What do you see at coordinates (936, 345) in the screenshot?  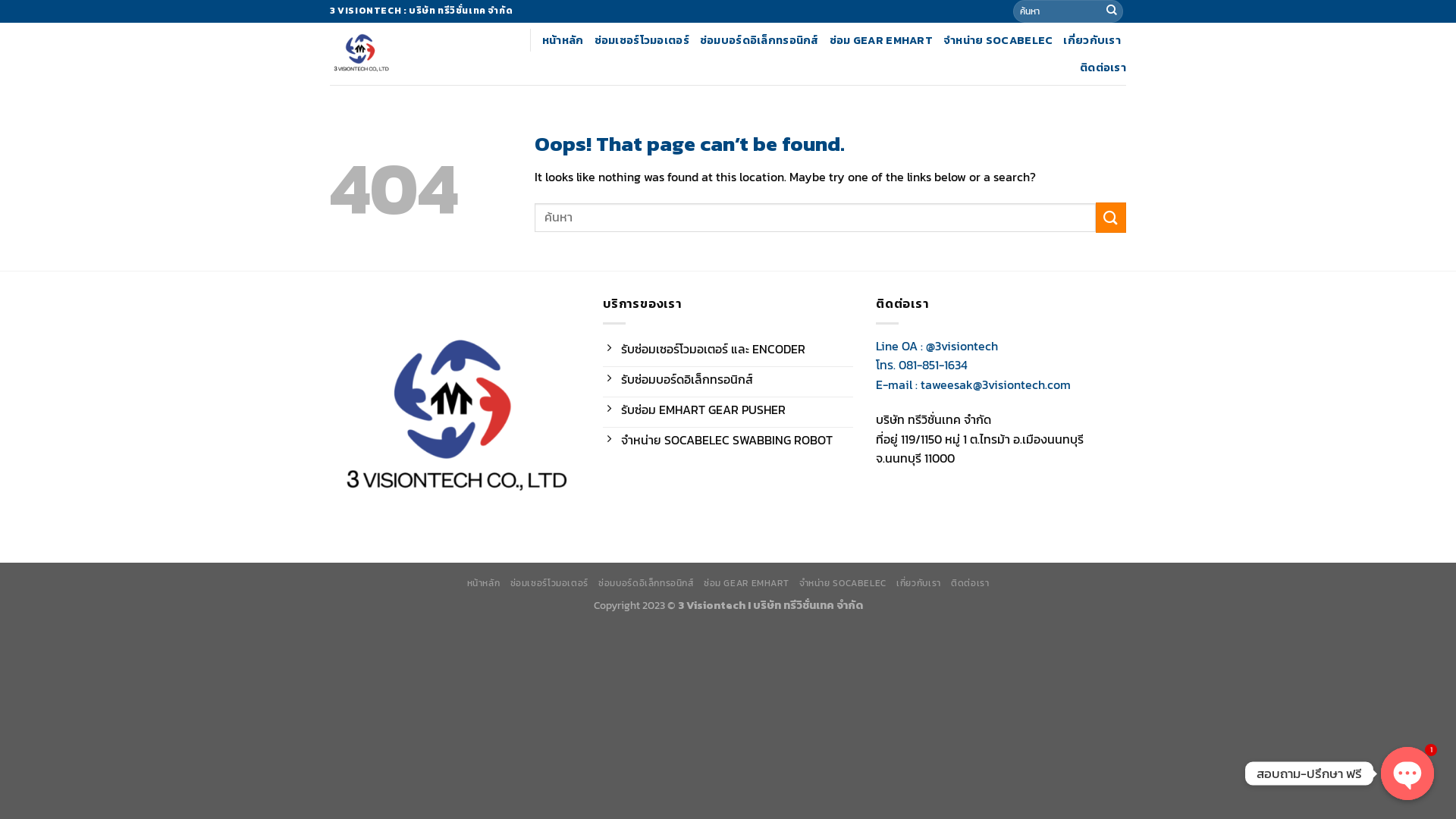 I see `'Line OA : @3visiontech'` at bounding box center [936, 345].